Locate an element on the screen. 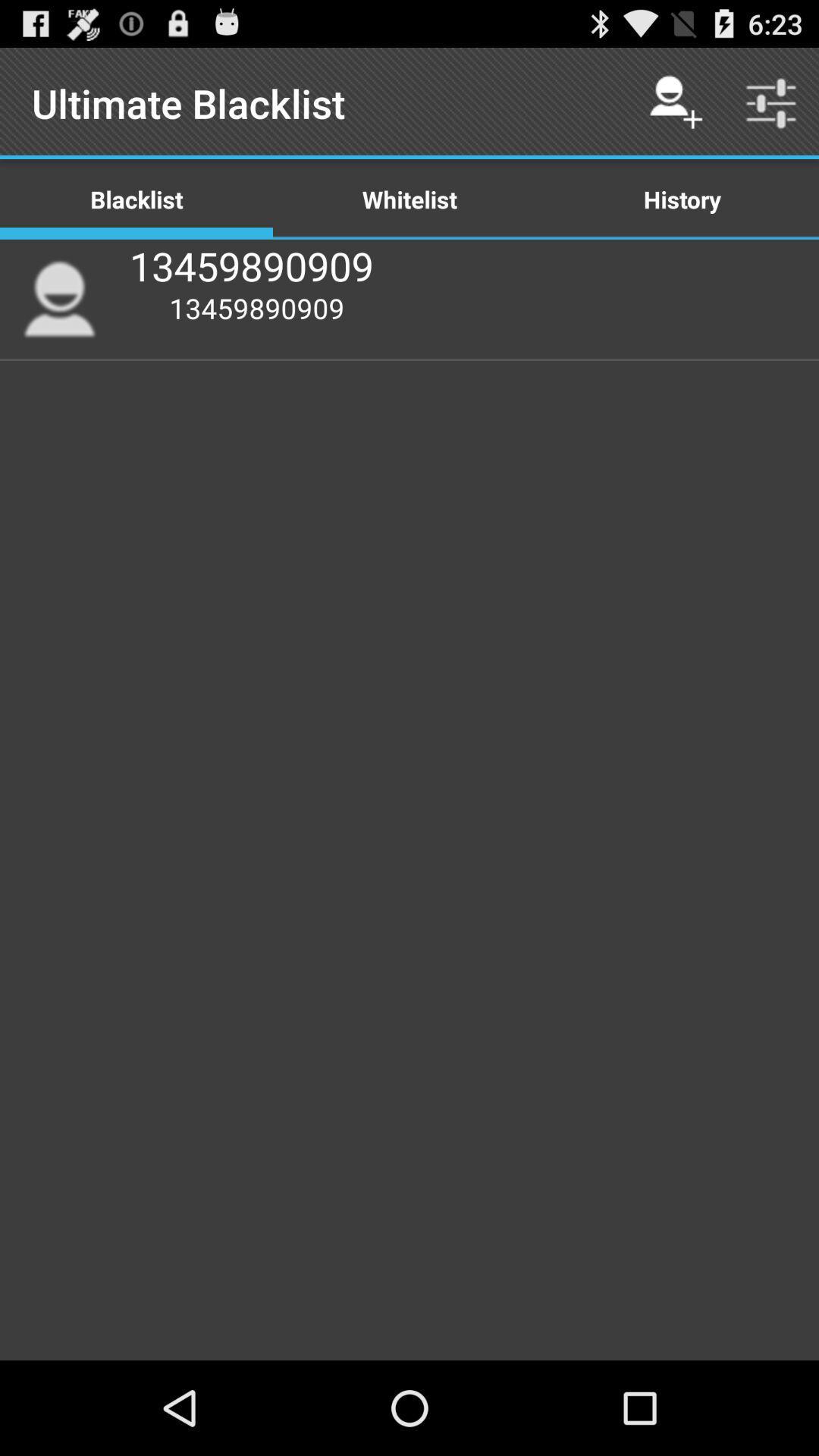 This screenshot has width=819, height=1456. the item next to whitelist is located at coordinates (675, 102).